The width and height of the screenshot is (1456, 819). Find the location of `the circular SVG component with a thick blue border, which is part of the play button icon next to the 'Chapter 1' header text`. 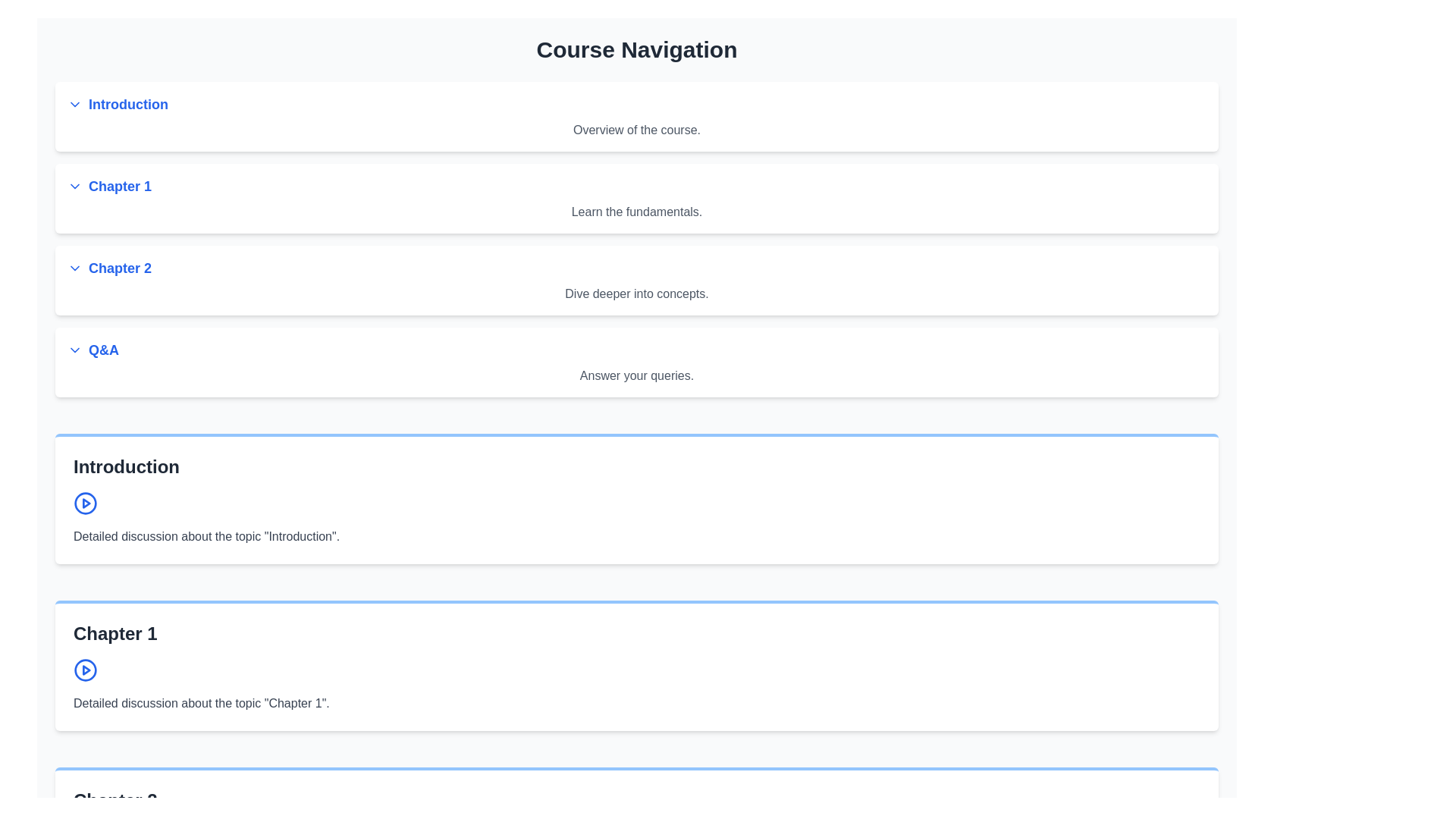

the circular SVG component with a thick blue border, which is part of the play button icon next to the 'Chapter 1' header text is located at coordinates (85, 669).